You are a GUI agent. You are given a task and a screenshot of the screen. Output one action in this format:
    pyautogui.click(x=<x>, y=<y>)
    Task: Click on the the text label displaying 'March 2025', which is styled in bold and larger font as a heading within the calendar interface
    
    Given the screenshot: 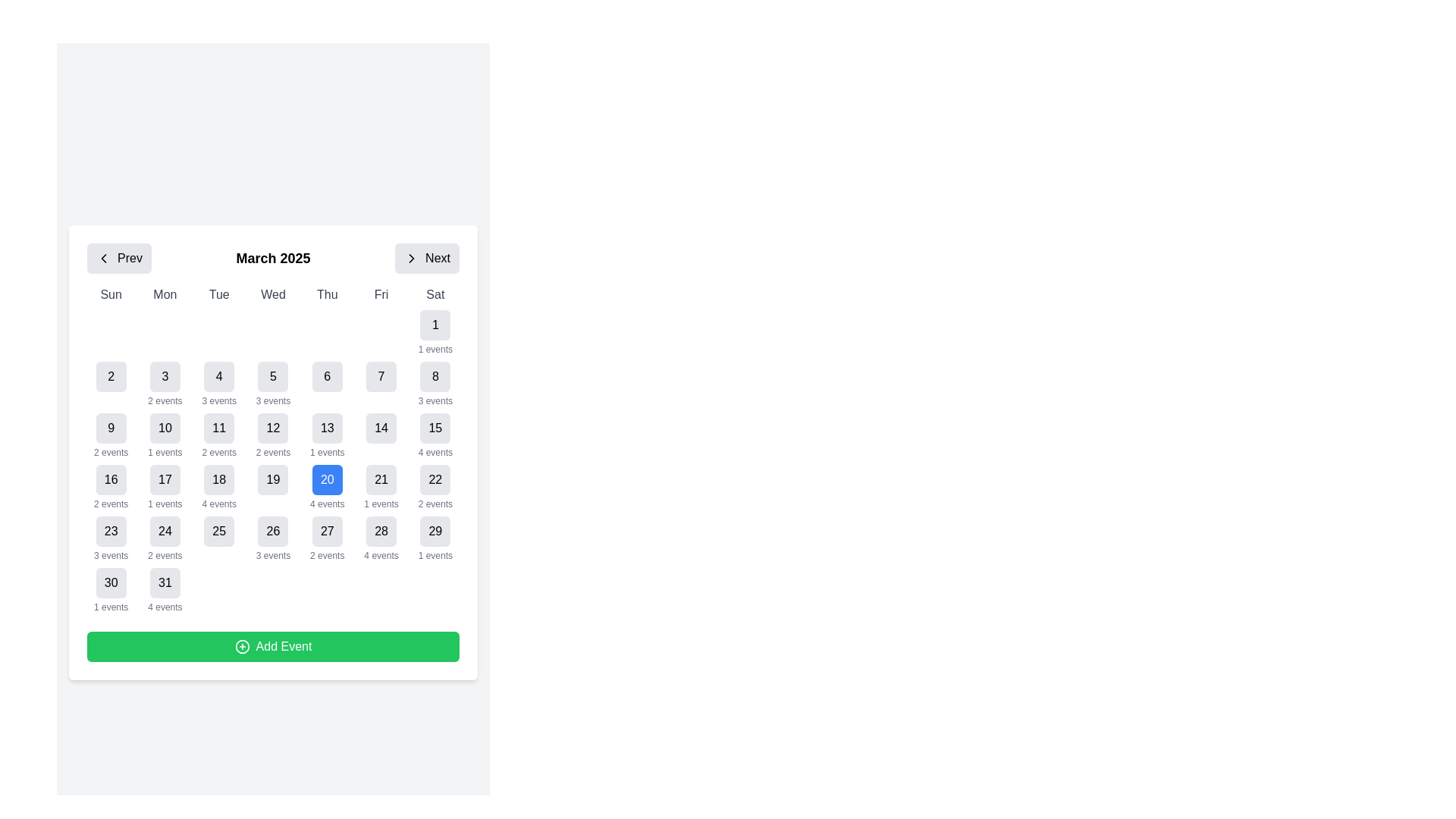 What is the action you would take?
    pyautogui.click(x=273, y=257)
    